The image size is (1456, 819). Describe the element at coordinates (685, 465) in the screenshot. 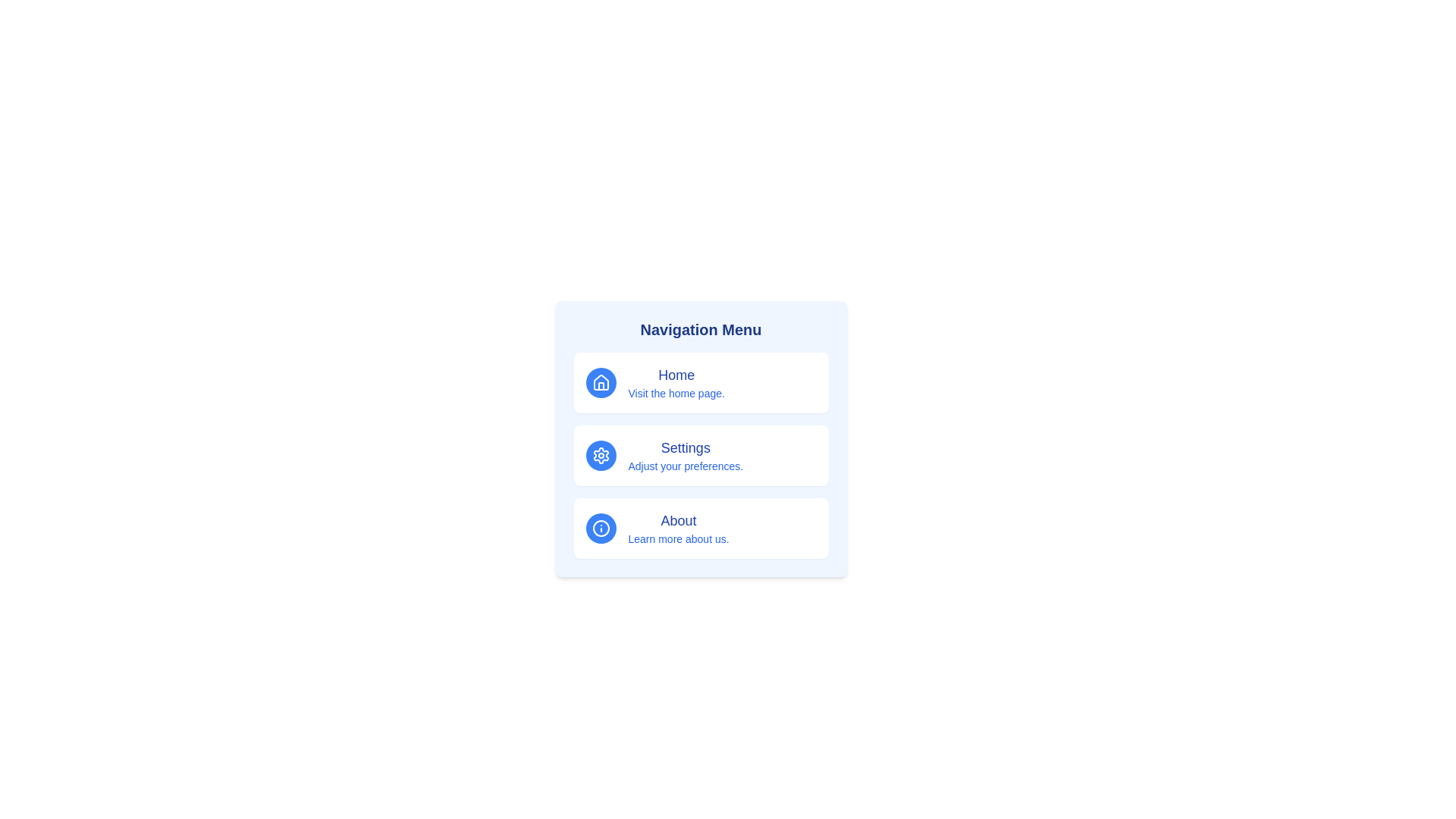

I see `the descriptive text label located below the 'Settings' heading in the menu layout` at that location.